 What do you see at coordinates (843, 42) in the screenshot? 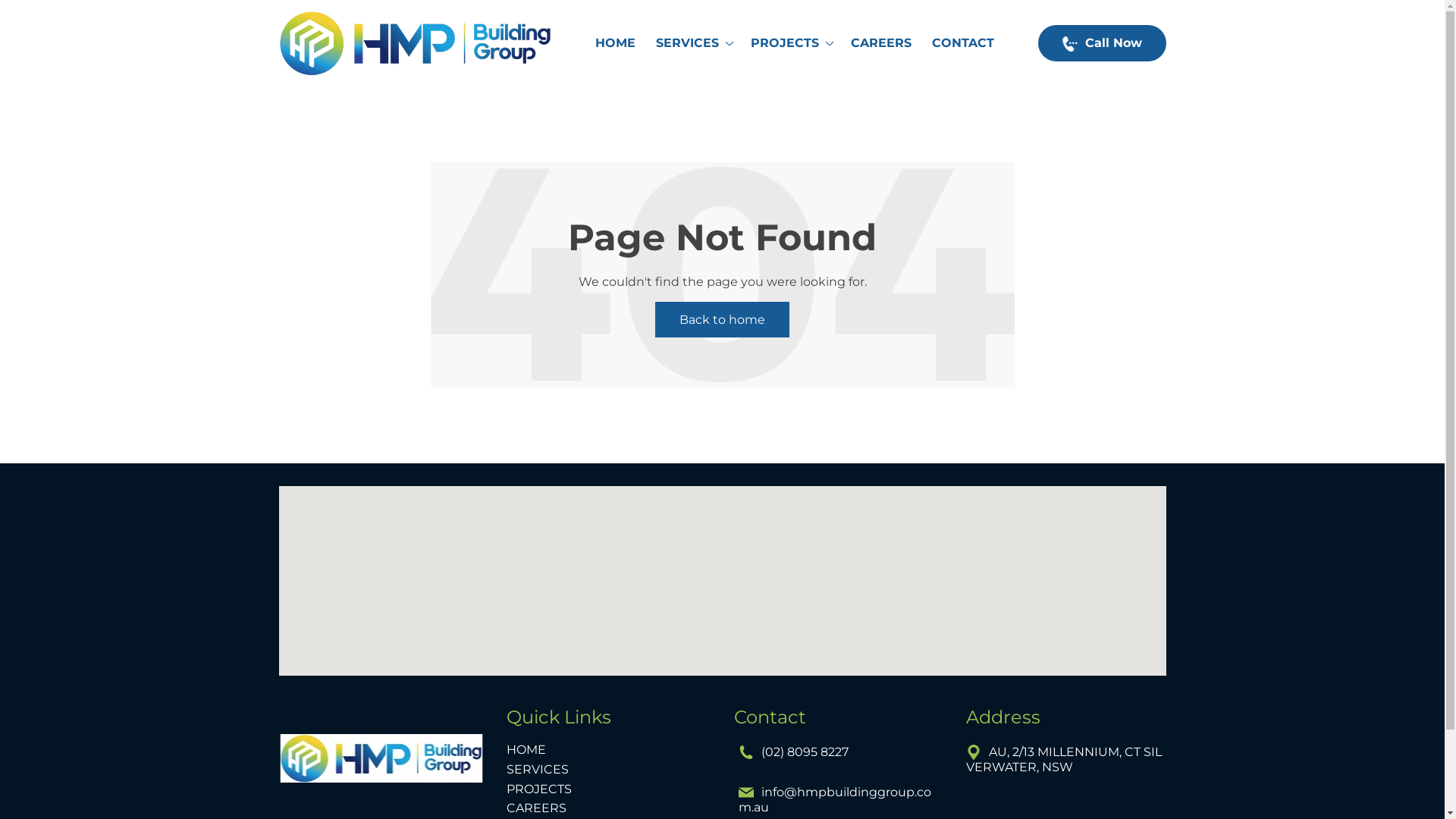
I see `'CAREERS'` at bounding box center [843, 42].